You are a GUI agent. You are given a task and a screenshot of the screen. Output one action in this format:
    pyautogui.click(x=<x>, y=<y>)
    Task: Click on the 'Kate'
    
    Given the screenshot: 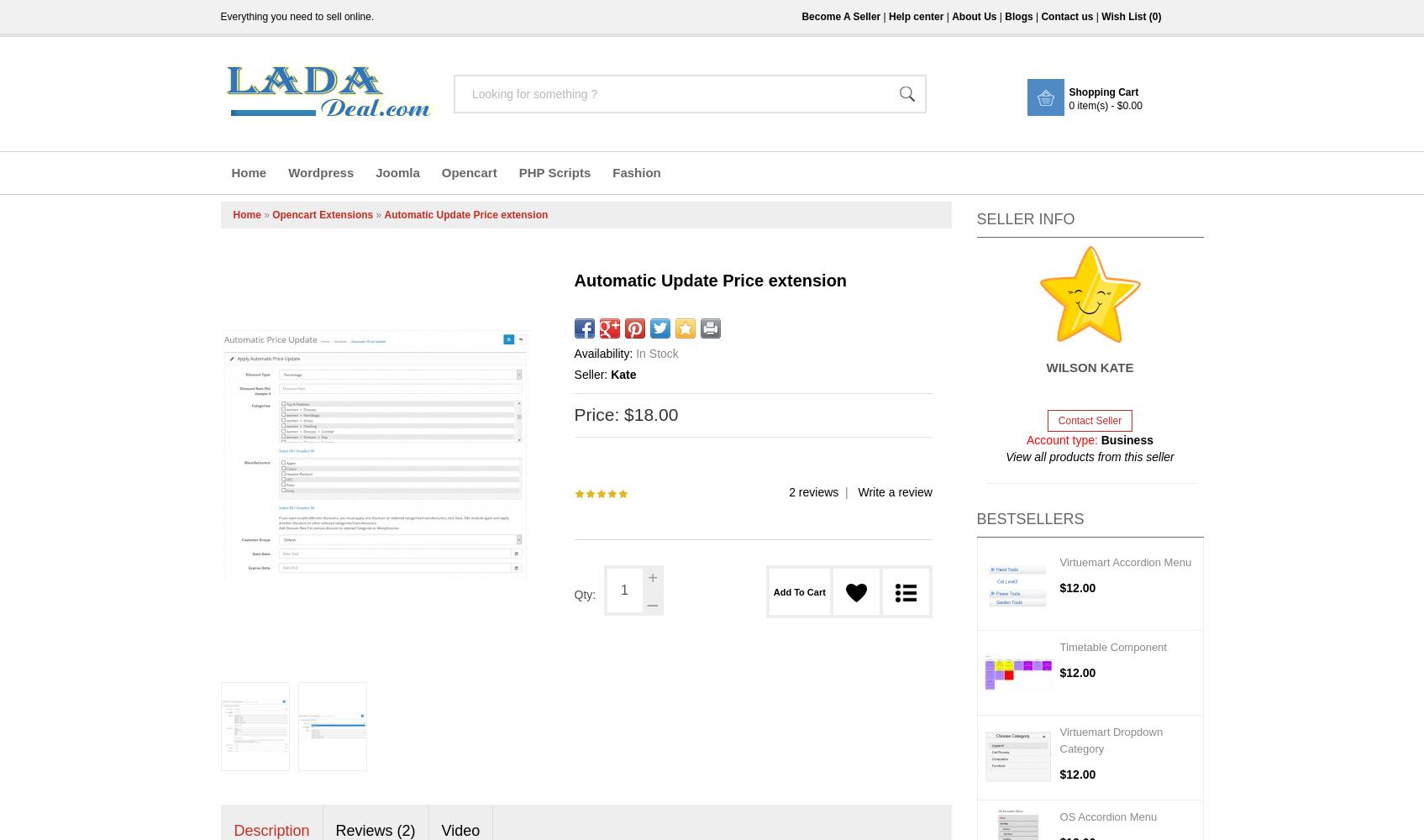 What is the action you would take?
    pyautogui.click(x=623, y=374)
    